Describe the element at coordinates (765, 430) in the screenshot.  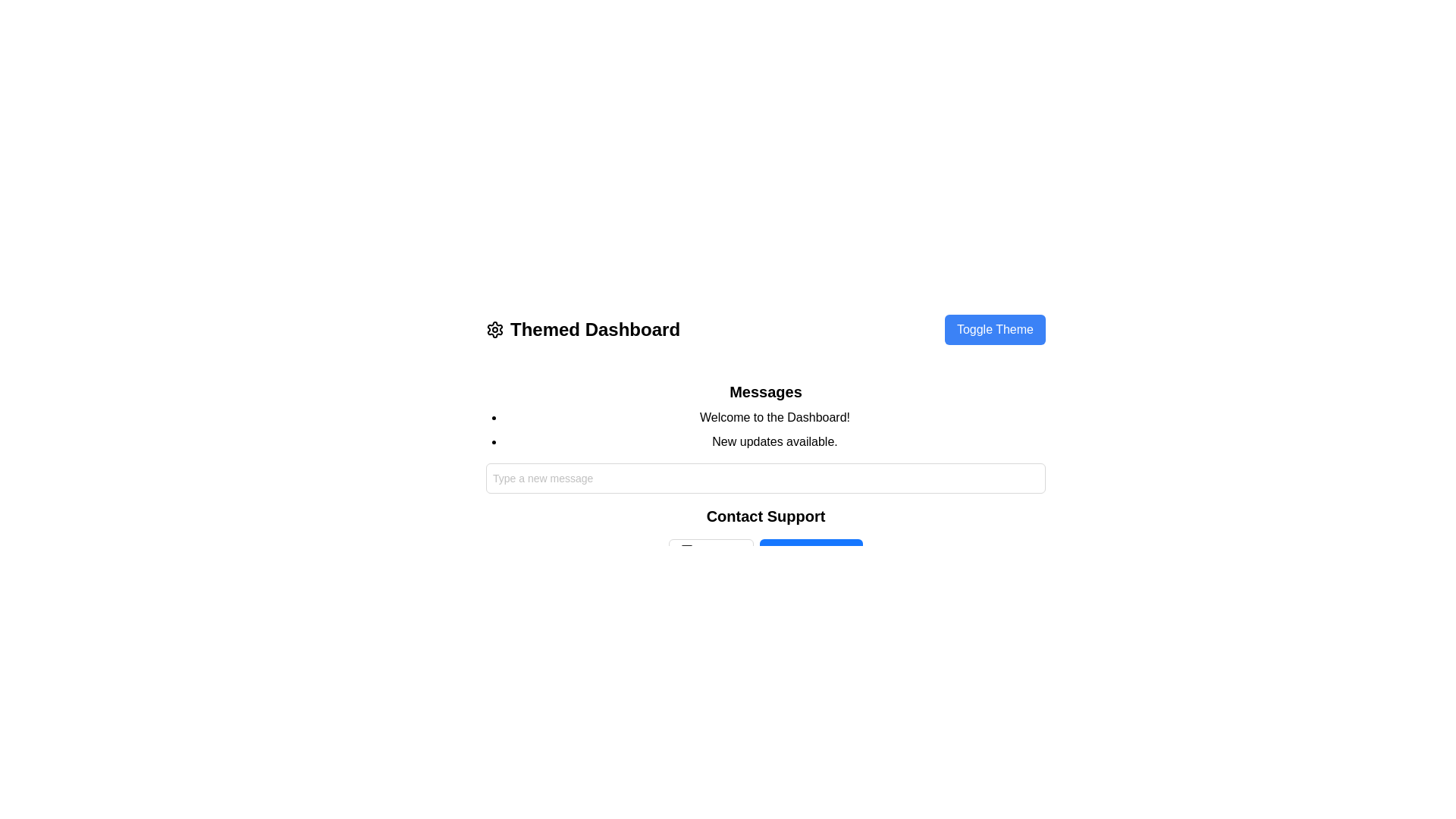
I see `the informational Text component that provides a welcome message and update notification located beneath the 'Messages' heading and above the input field labeled 'Type a new message'` at that location.